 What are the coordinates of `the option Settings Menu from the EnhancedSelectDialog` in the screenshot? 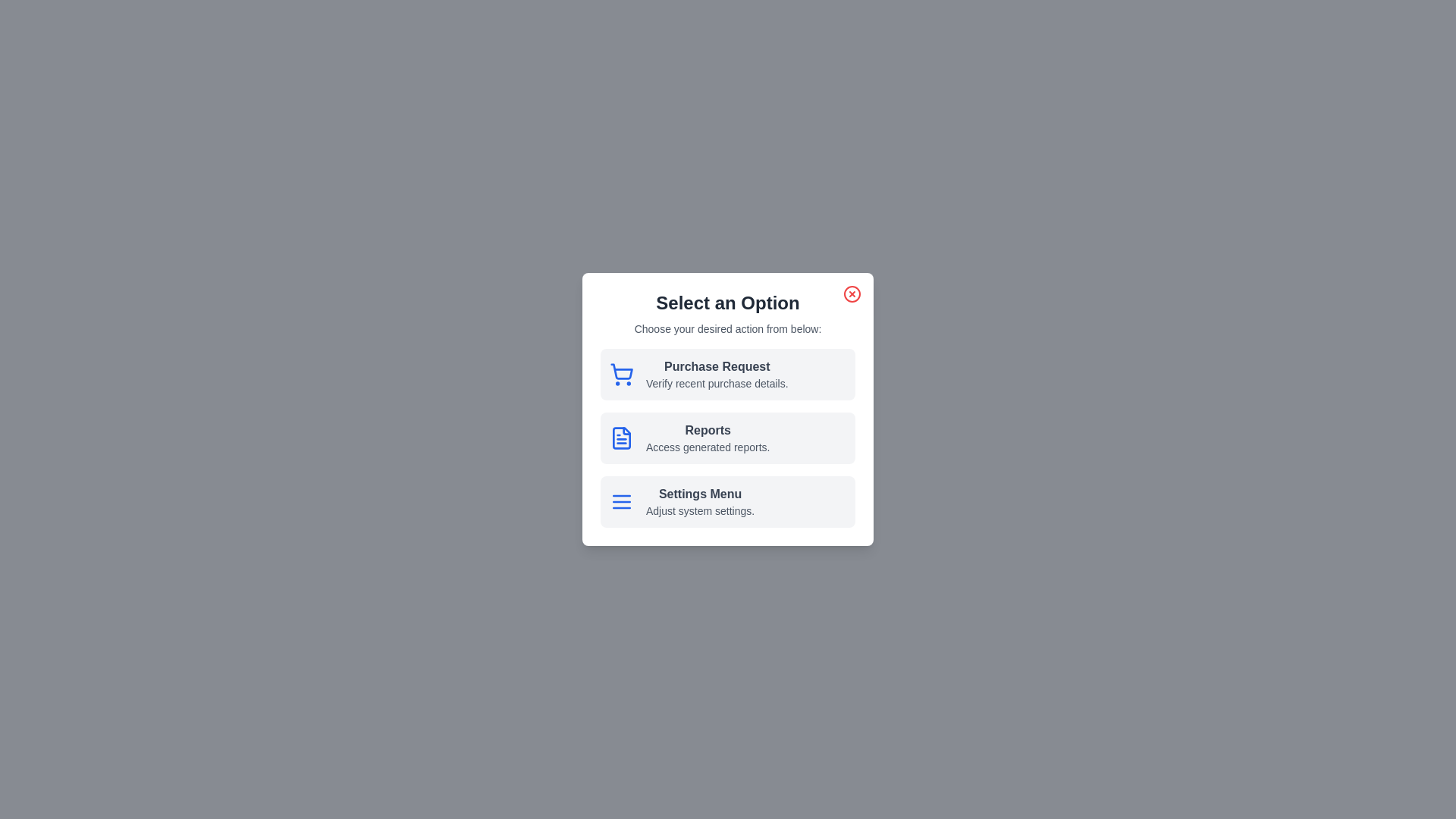 It's located at (728, 502).